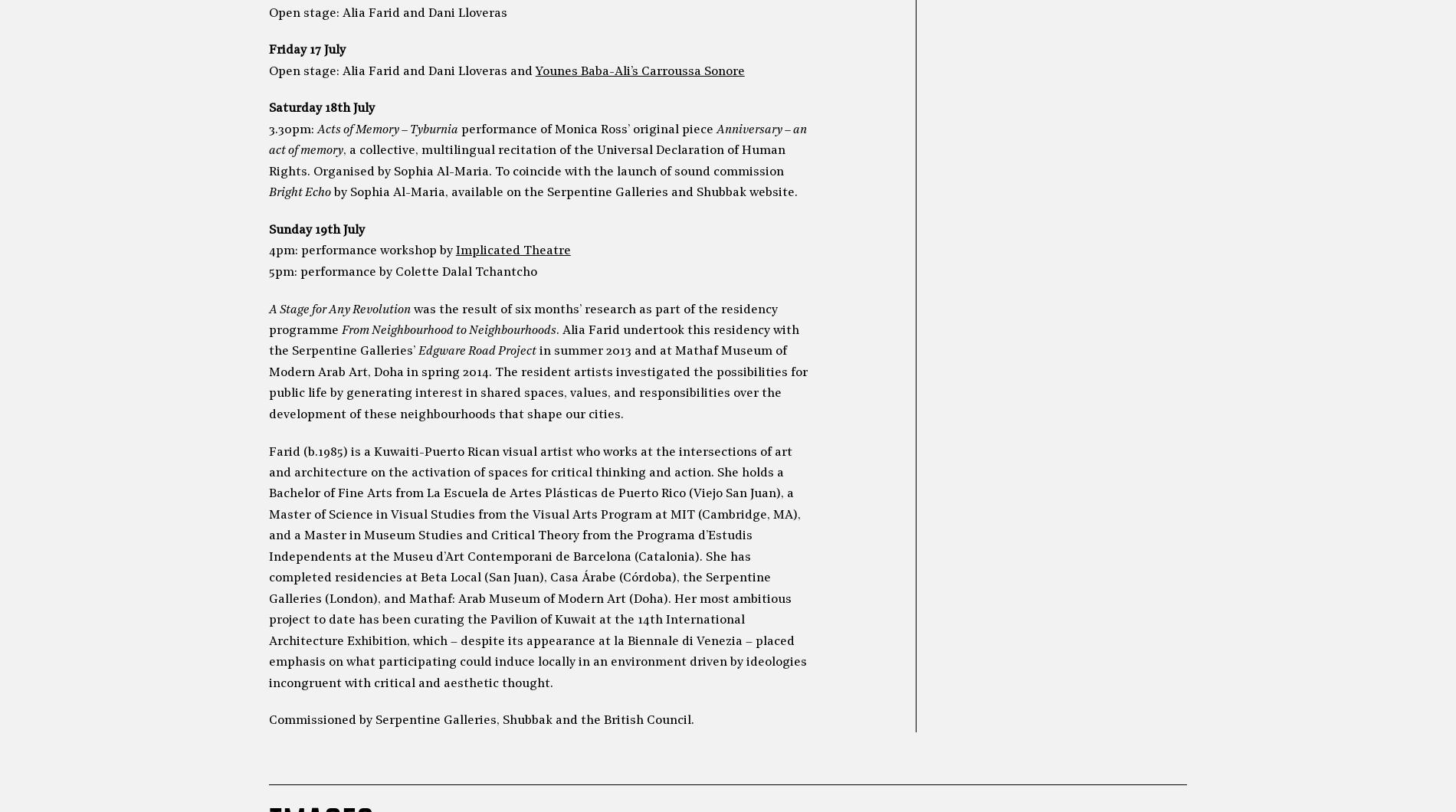 This screenshot has height=812, width=1456. What do you see at coordinates (315, 229) in the screenshot?
I see `'Sunday 19th July'` at bounding box center [315, 229].